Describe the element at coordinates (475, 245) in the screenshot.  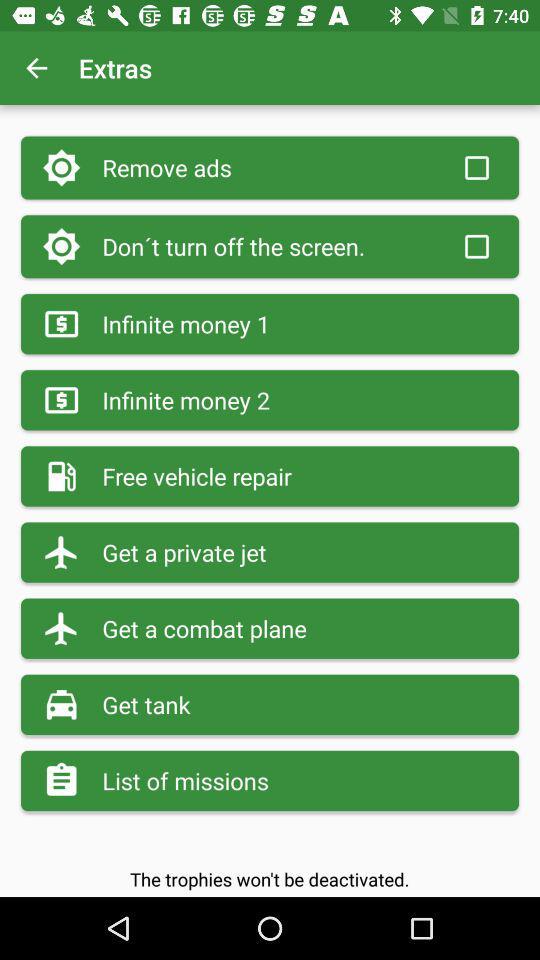
I see `selects do n't turn off the screen option` at that location.